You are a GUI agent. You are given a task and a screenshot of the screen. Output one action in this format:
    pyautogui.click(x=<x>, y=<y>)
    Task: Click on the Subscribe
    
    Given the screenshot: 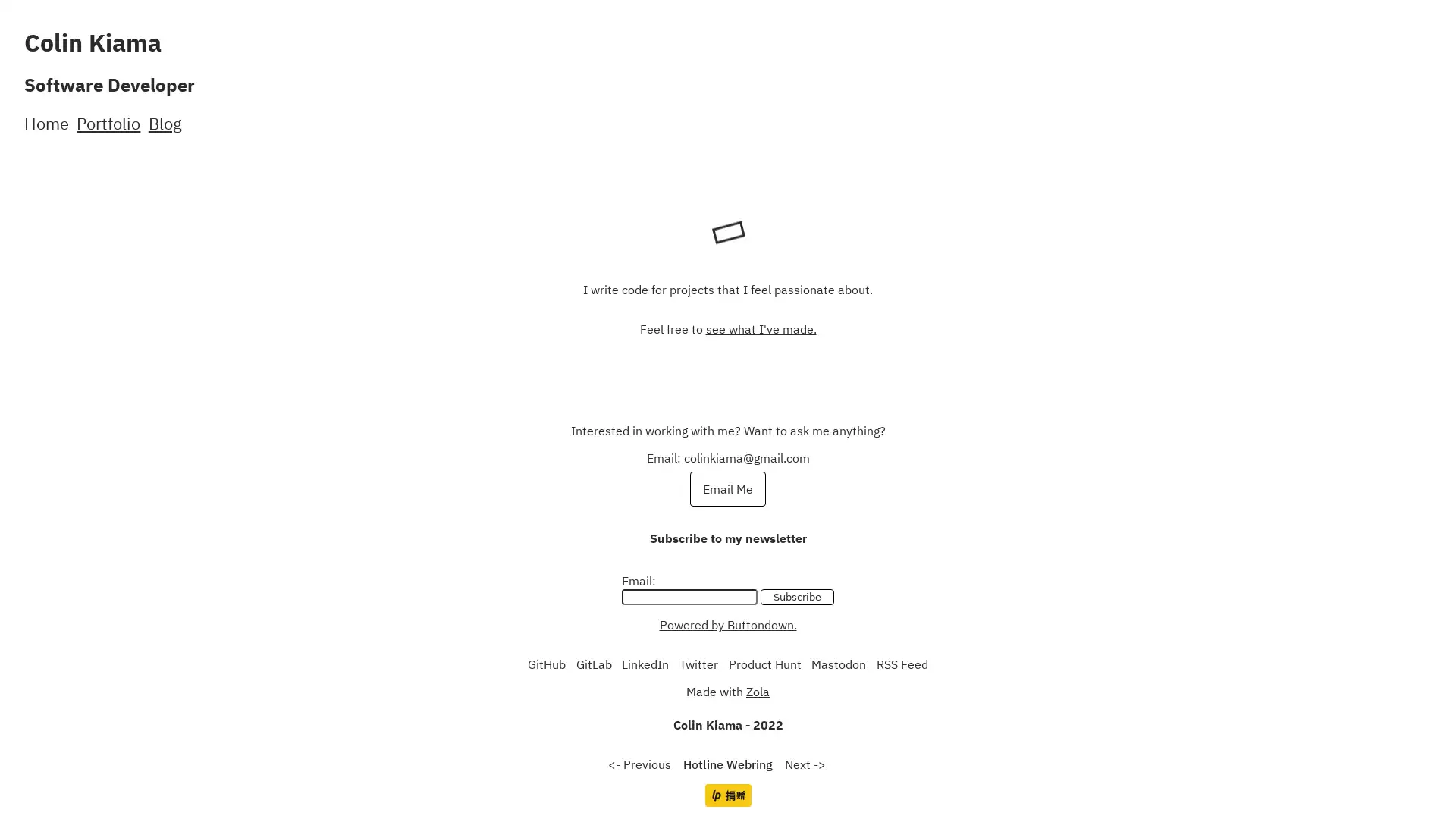 What is the action you would take?
    pyautogui.click(x=796, y=596)
    